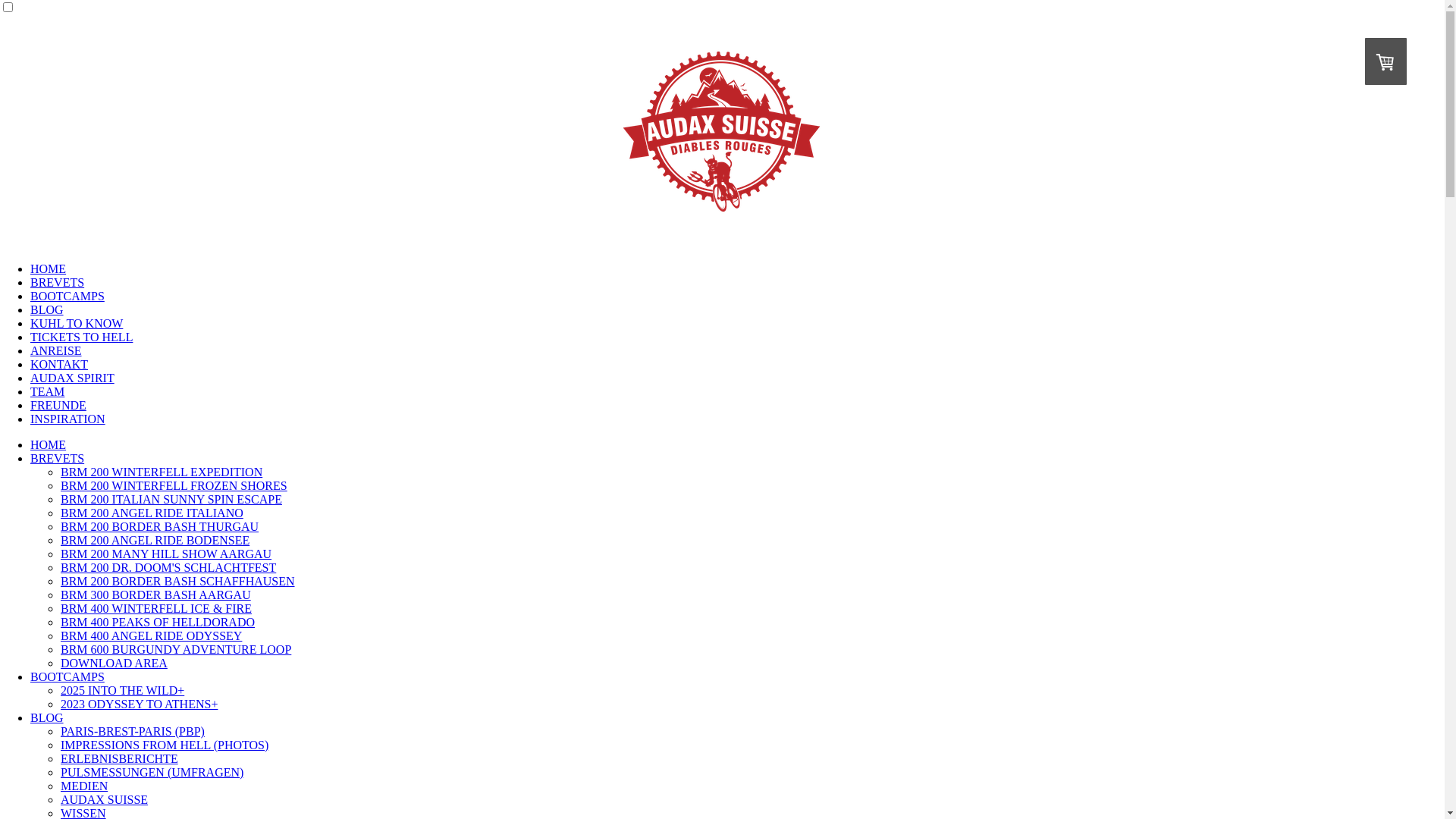  Describe the element at coordinates (30, 391) in the screenshot. I see `'TEAM'` at that location.